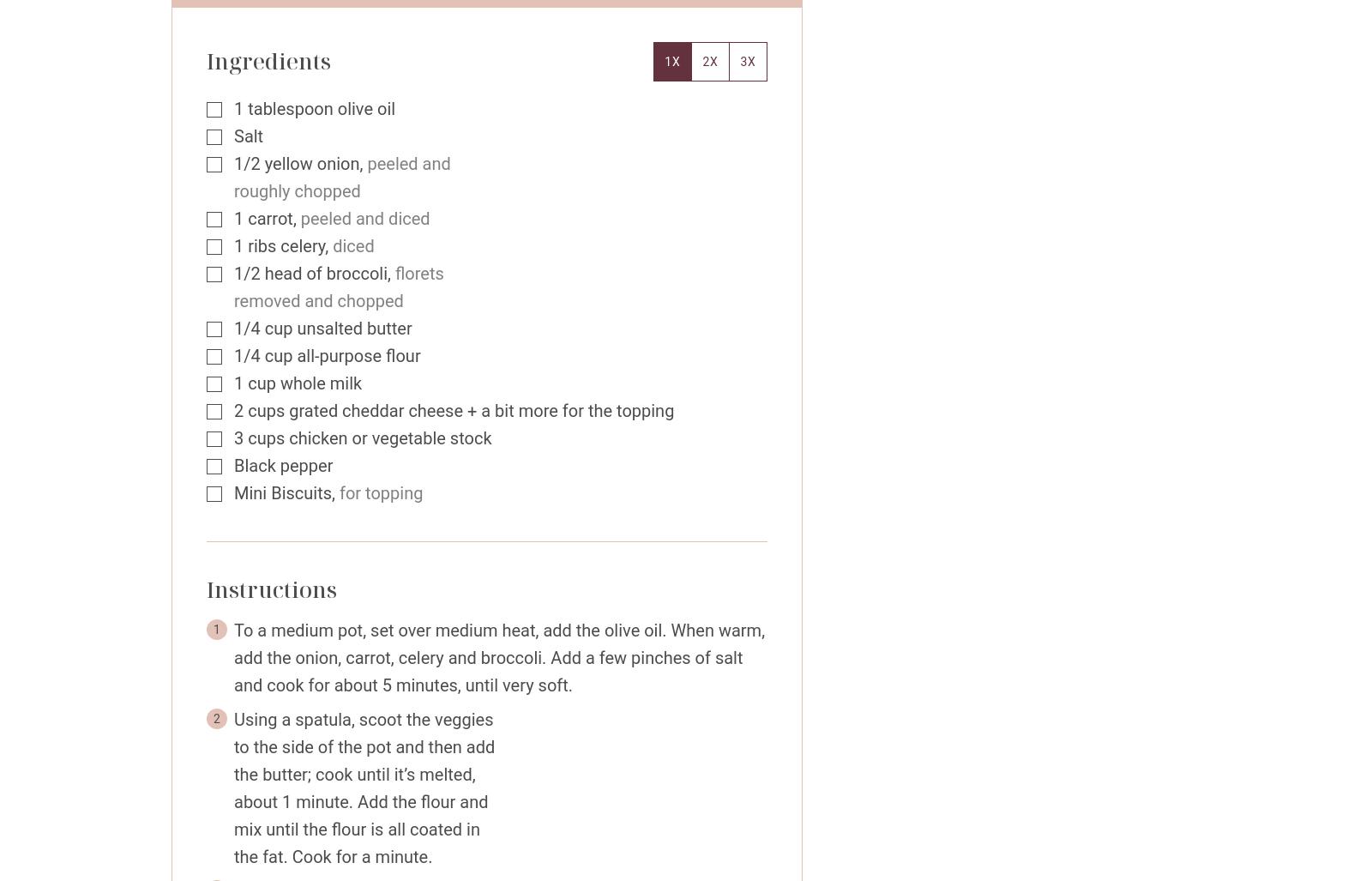  I want to click on 'Instructions', so click(274, 588).